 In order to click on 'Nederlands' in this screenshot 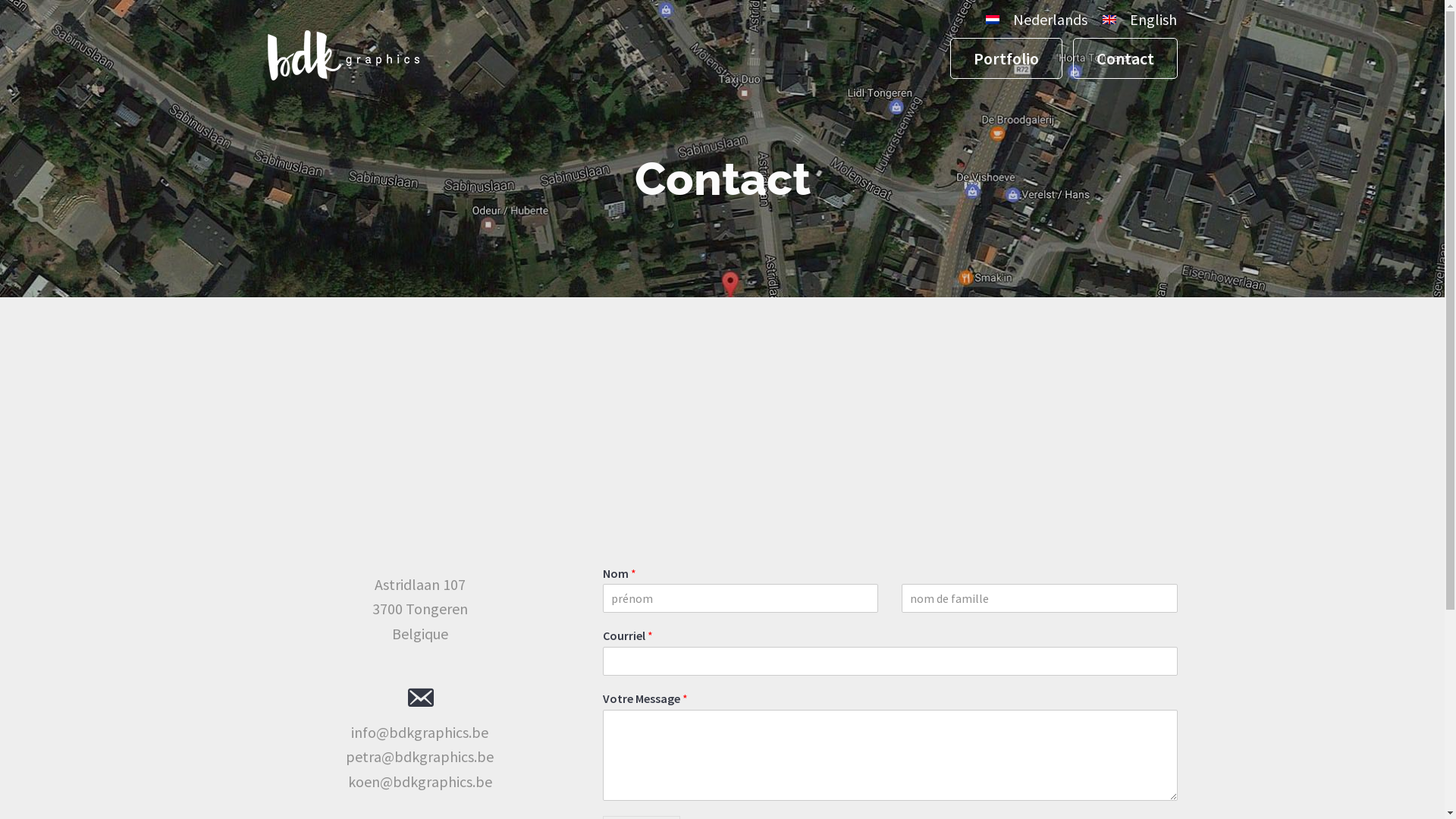, I will do `click(978, 20)`.